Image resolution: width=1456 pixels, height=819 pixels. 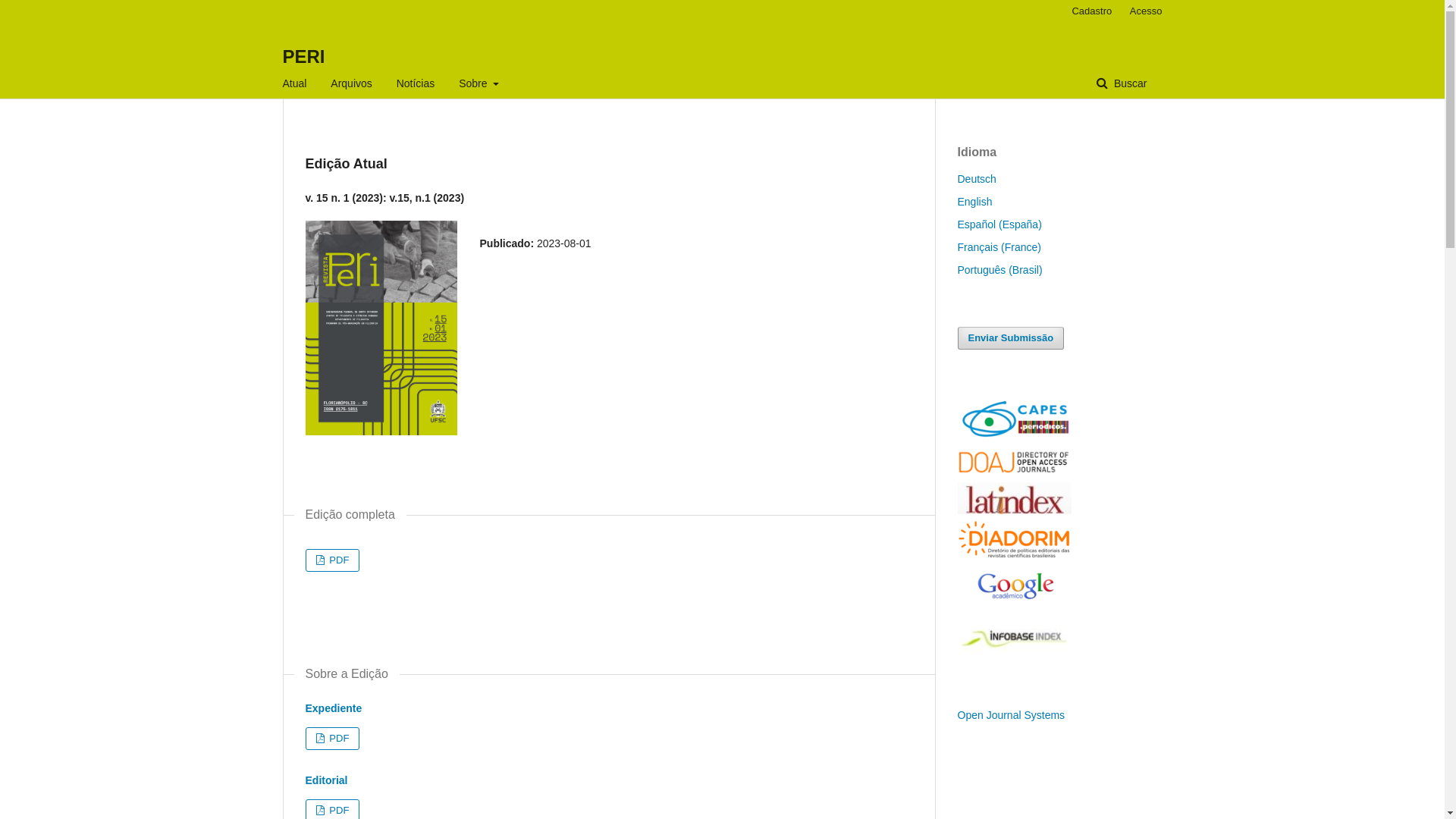 What do you see at coordinates (976, 177) in the screenshot?
I see `'Deutsch'` at bounding box center [976, 177].